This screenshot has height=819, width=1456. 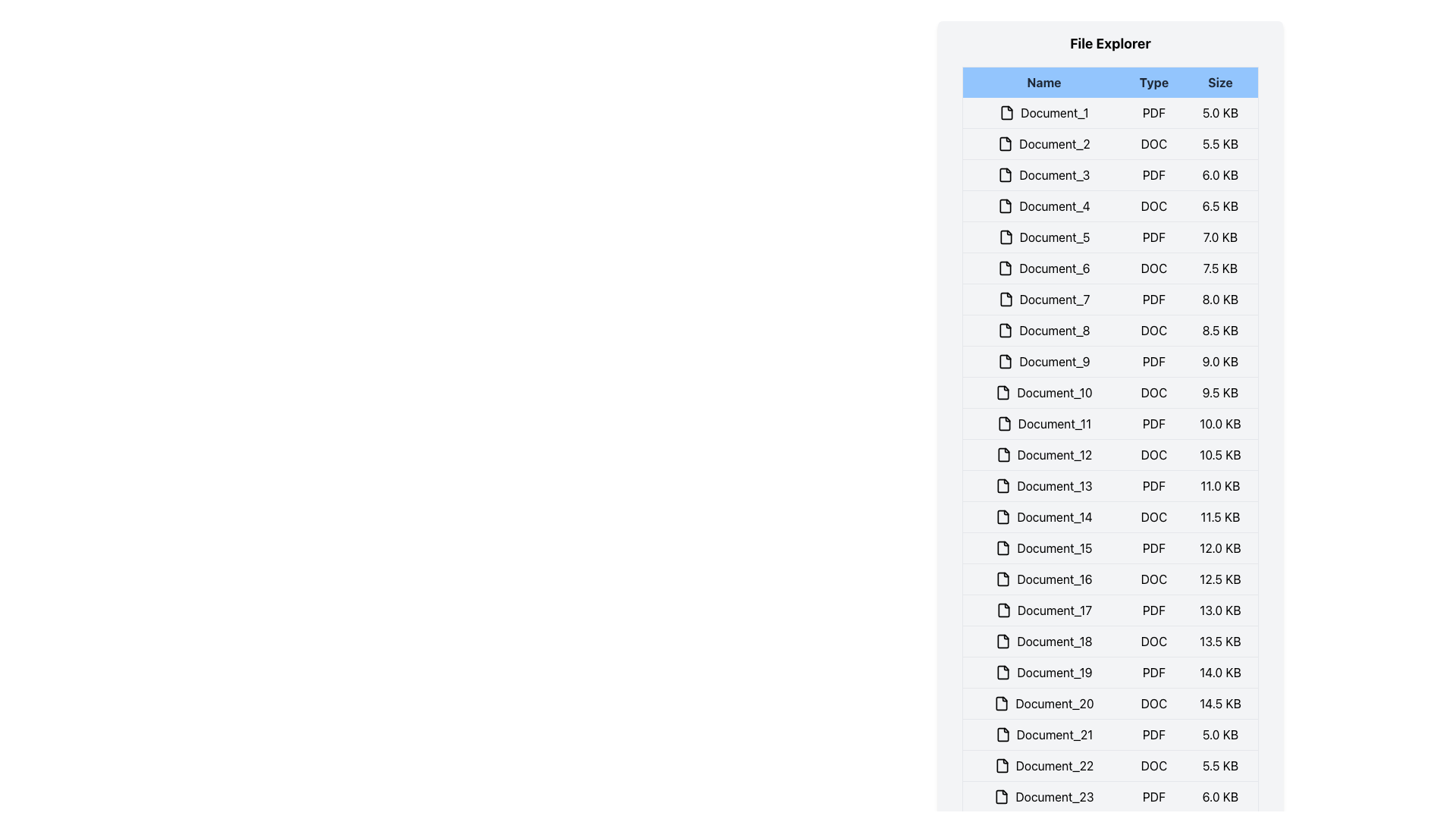 What do you see at coordinates (1153, 174) in the screenshot?
I see `the static text label 'PDF' located in the 'Type' column of the row labeled 'Document_3'` at bounding box center [1153, 174].